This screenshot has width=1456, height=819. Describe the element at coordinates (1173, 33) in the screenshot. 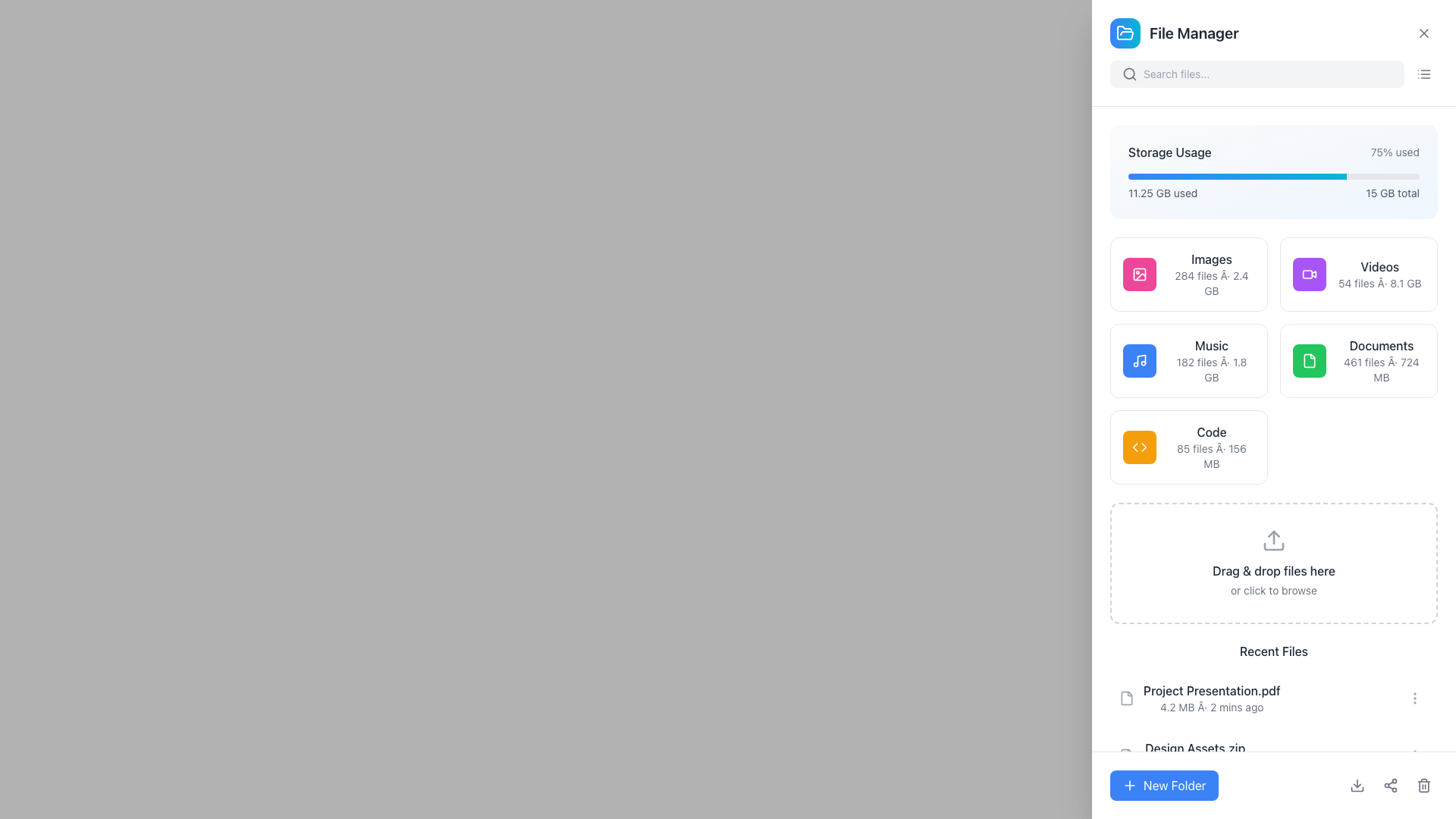

I see `the Text Label that serves as a header or title, located in the top-left corner of the section, directly to the right of the folder icon` at that location.